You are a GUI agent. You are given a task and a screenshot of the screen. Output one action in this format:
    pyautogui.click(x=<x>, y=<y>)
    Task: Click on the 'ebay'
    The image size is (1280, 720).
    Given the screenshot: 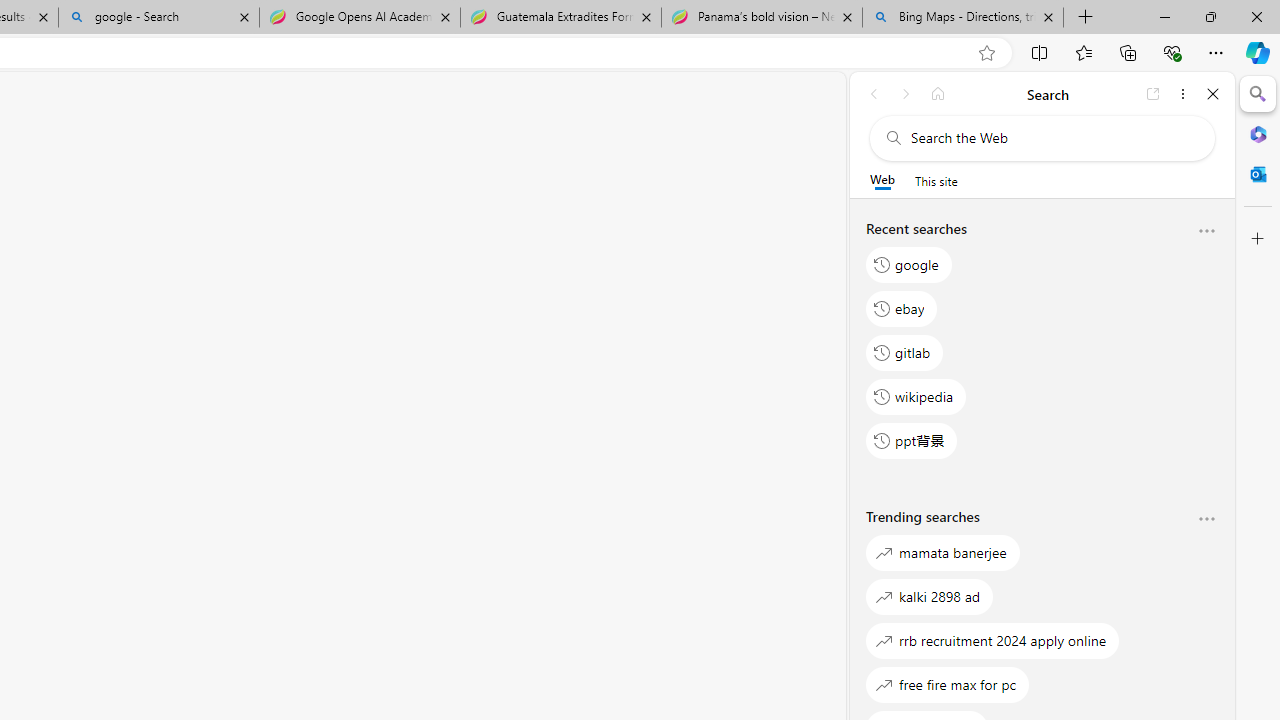 What is the action you would take?
    pyautogui.click(x=901, y=308)
    